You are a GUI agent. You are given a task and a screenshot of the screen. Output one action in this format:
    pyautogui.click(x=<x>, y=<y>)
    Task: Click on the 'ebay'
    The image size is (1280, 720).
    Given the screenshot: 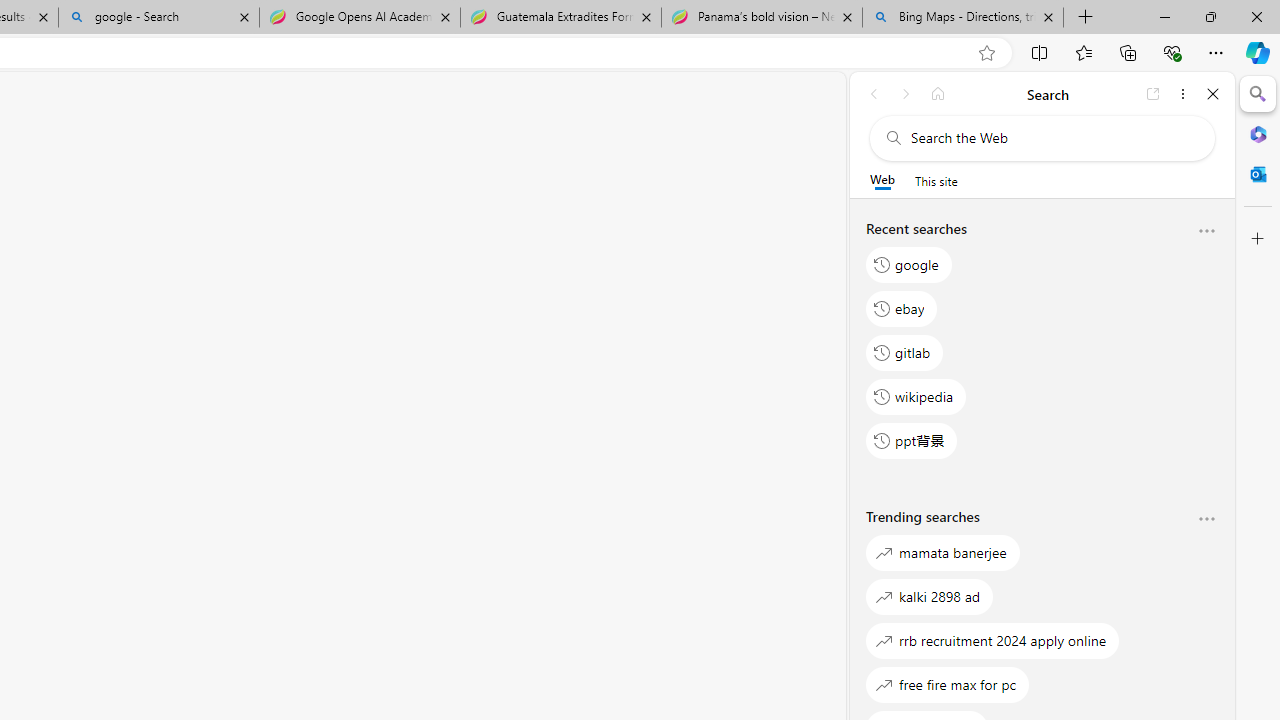 What is the action you would take?
    pyautogui.click(x=901, y=308)
    